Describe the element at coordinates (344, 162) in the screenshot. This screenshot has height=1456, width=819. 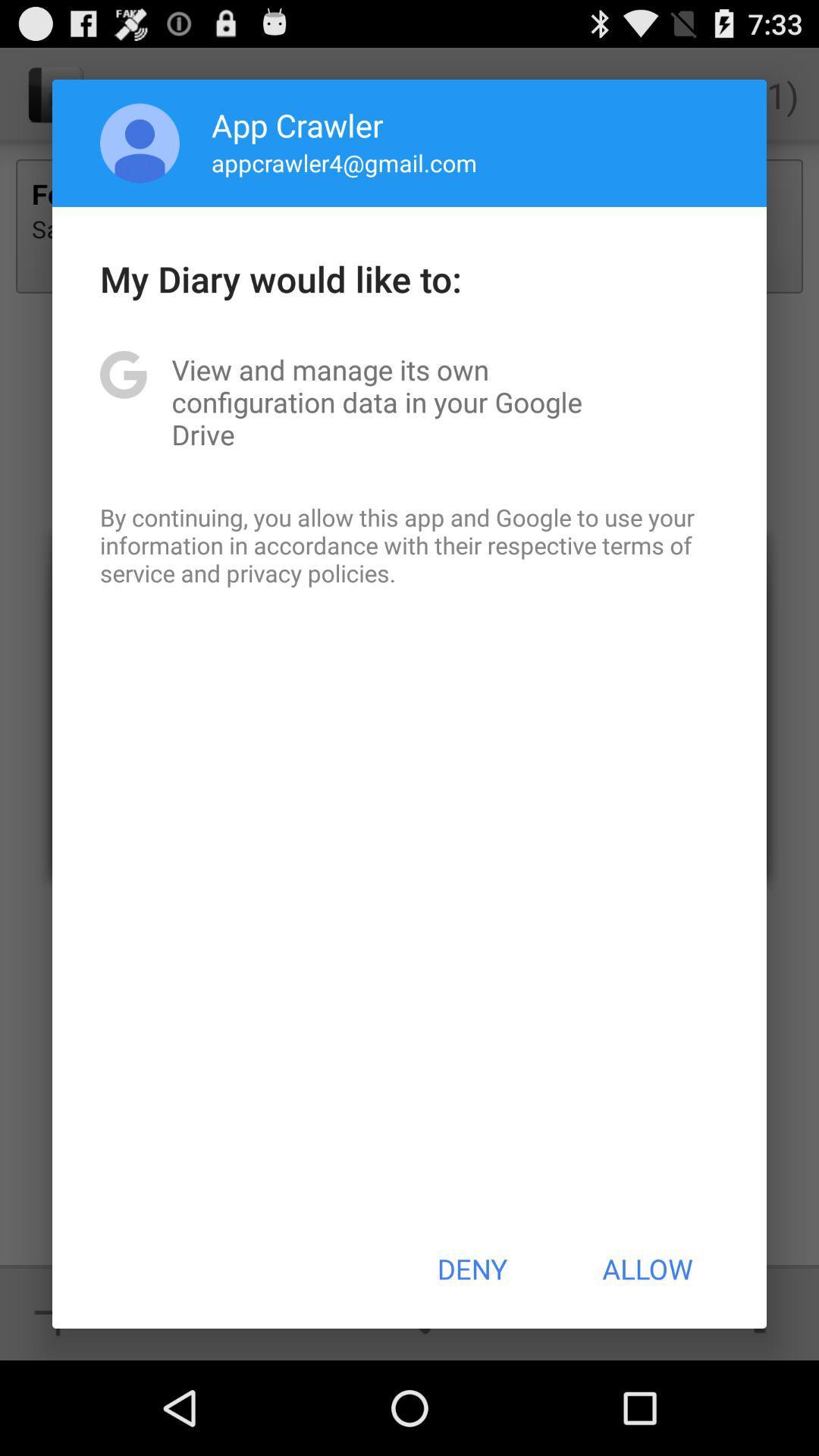
I see `the appcrawler4@gmail.com item` at that location.